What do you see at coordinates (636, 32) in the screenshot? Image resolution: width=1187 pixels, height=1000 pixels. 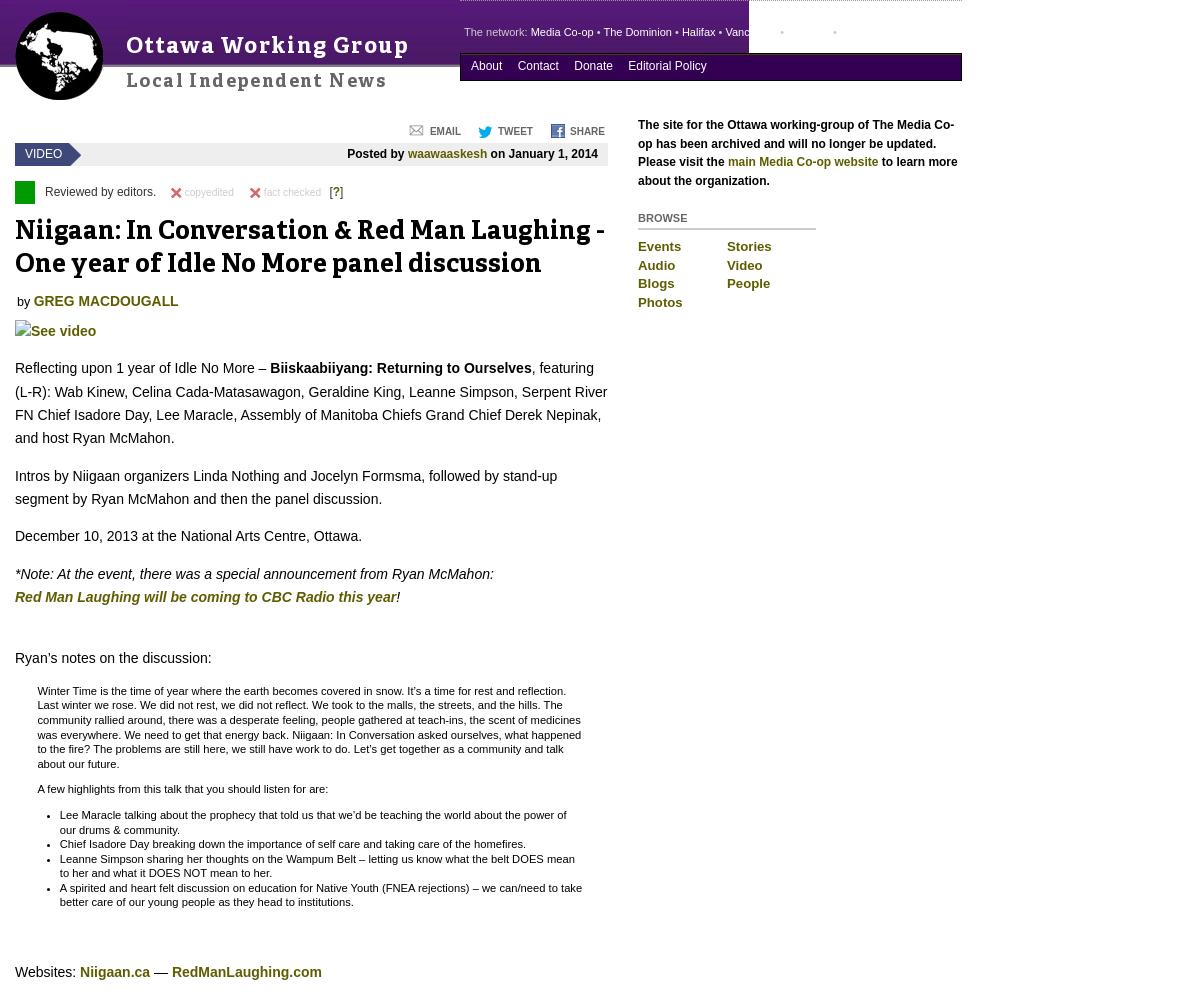 I see `'The Dominion'` at bounding box center [636, 32].